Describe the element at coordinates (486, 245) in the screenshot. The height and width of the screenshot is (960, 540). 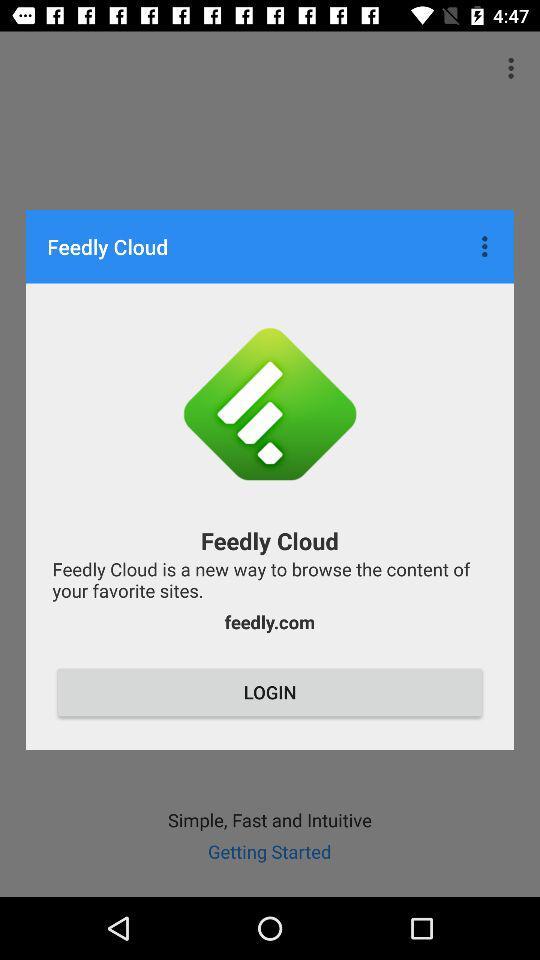
I see `app next to the feedly cloud item` at that location.